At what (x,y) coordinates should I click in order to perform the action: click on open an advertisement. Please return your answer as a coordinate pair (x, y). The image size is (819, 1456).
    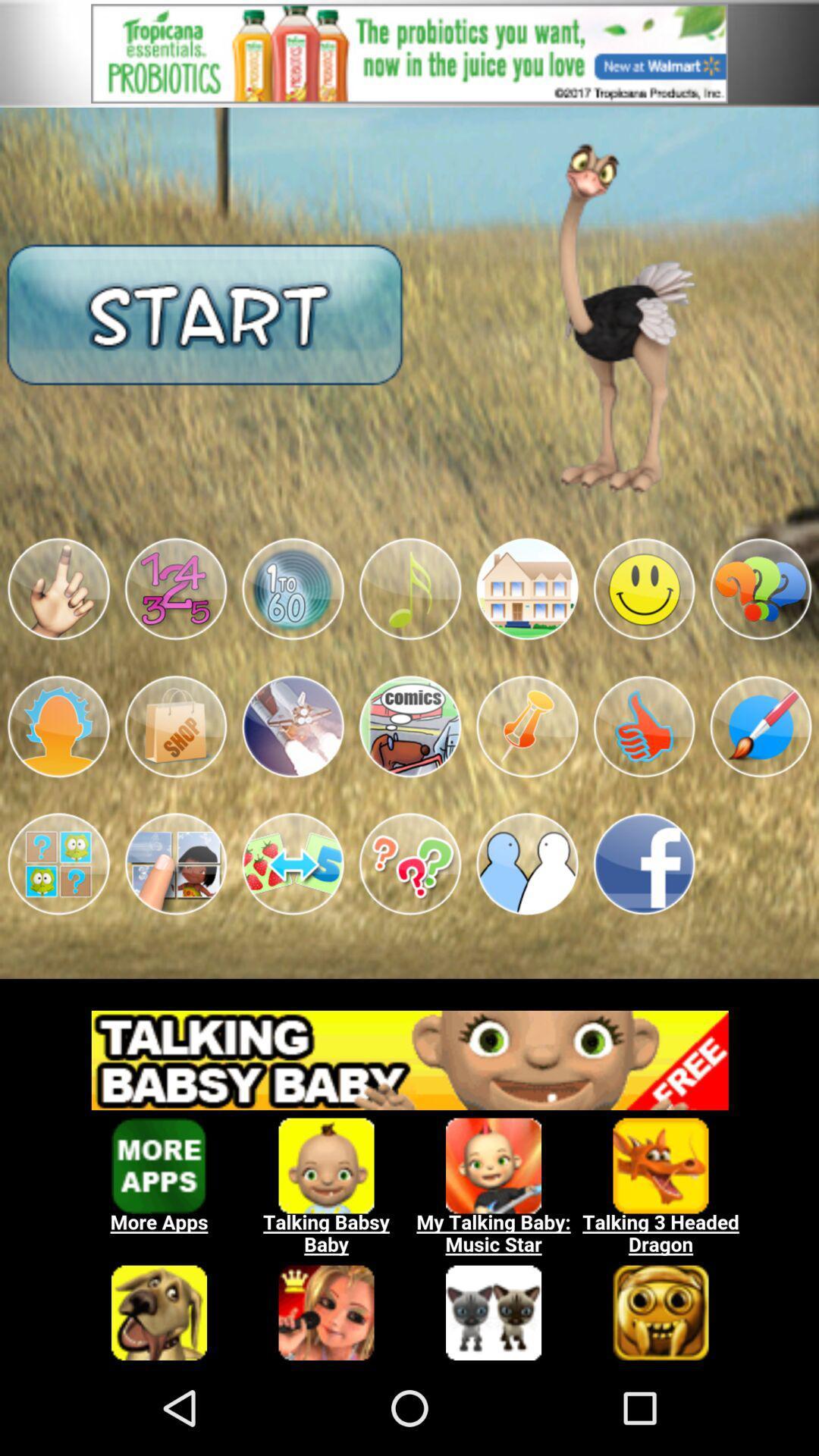
    Looking at the image, I should click on (409, 53).